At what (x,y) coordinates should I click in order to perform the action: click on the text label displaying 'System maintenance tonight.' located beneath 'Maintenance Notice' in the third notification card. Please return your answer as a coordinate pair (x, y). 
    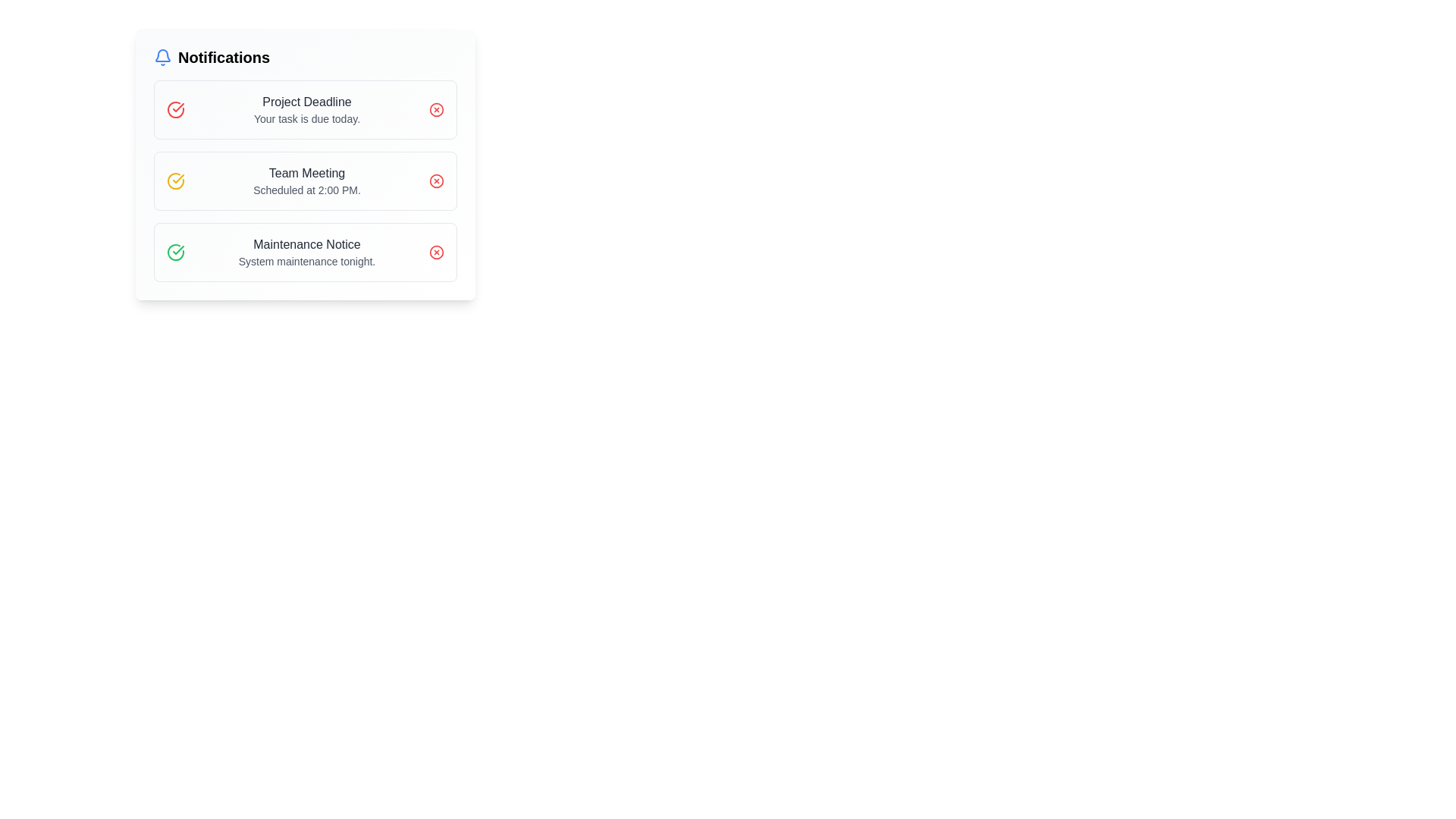
    Looking at the image, I should click on (306, 260).